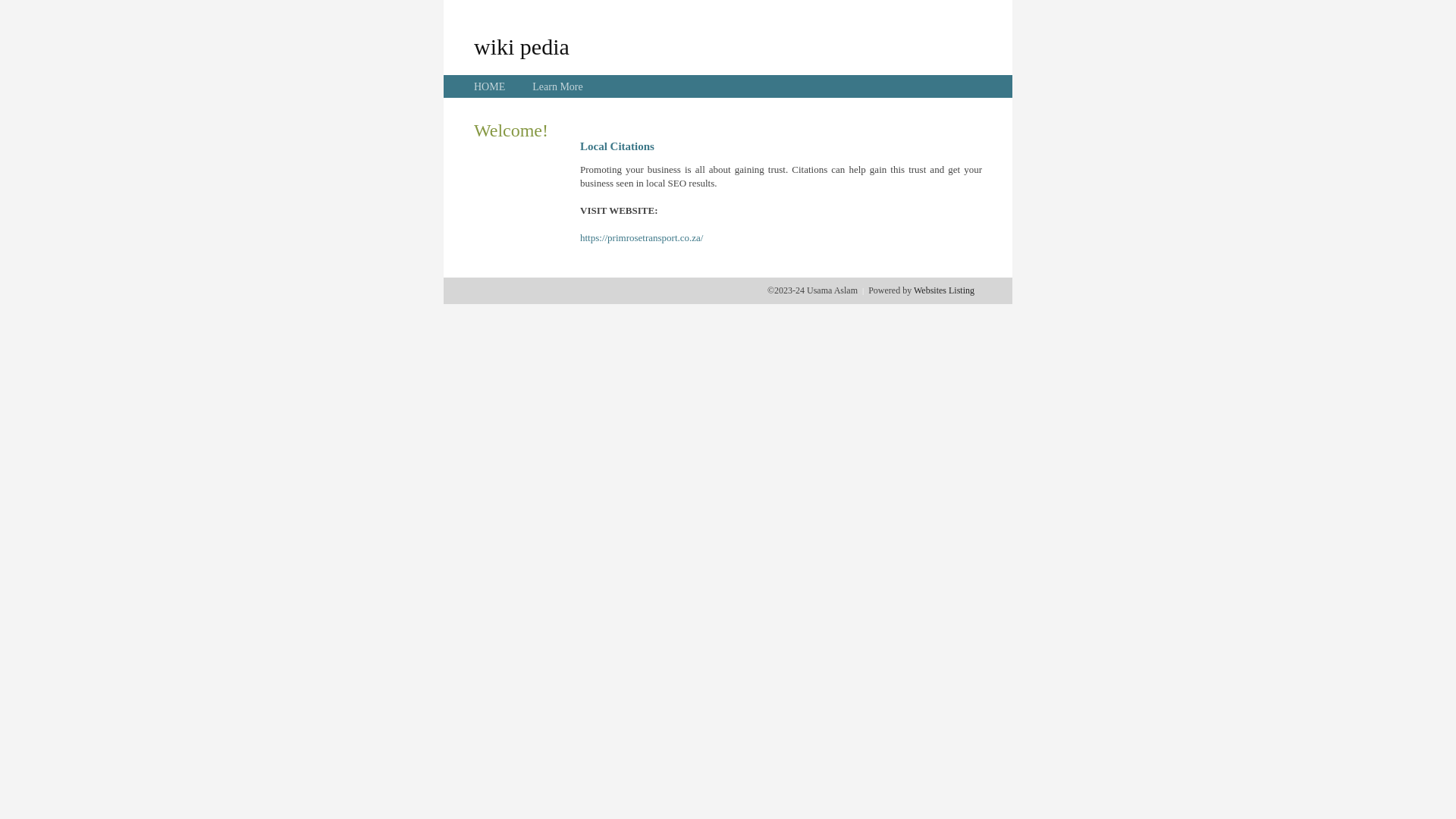 The height and width of the screenshot is (819, 1456). Describe the element at coordinates (489, 86) in the screenshot. I see `'HOME'` at that location.